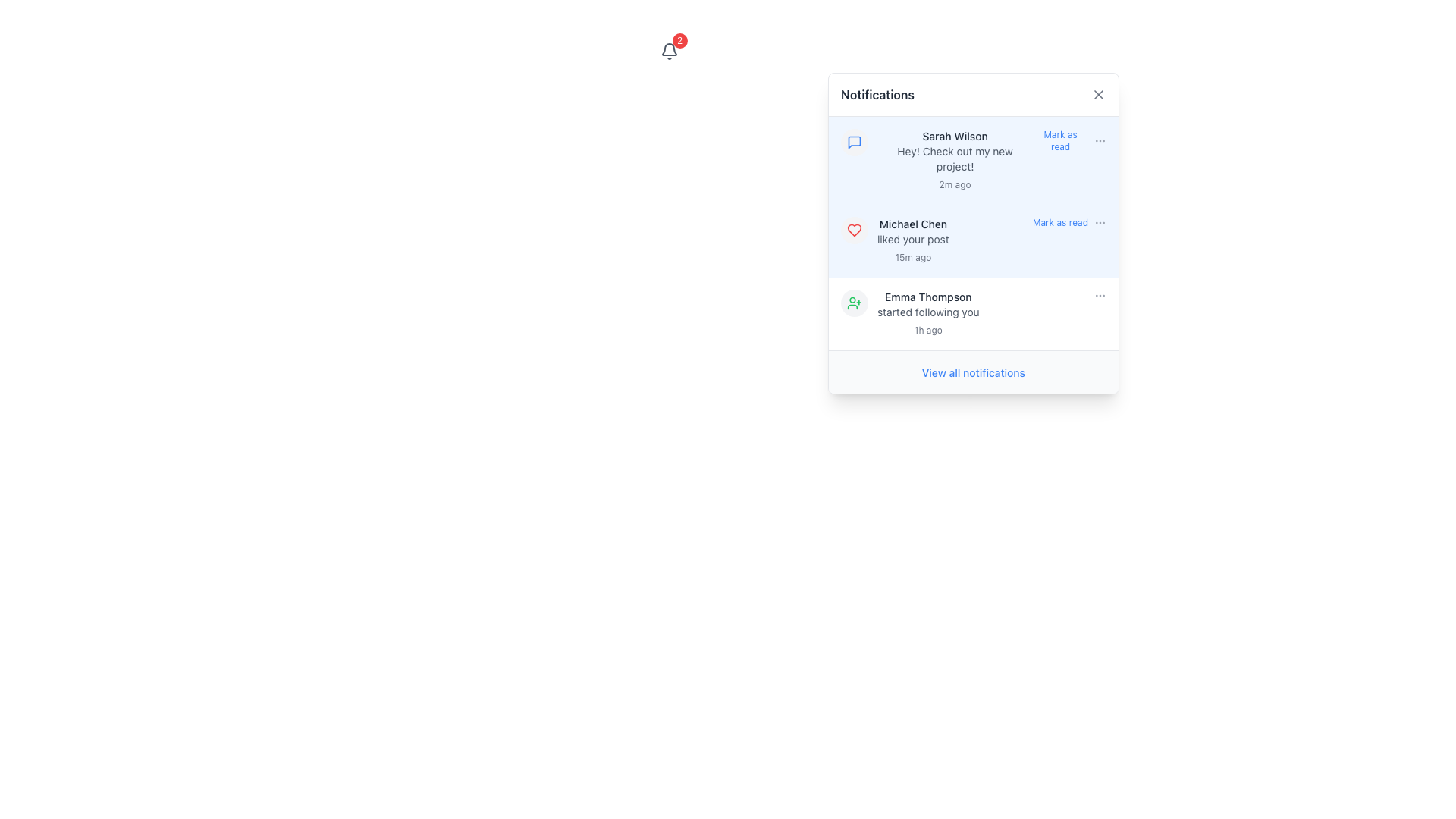 This screenshot has height=819, width=1456. What do you see at coordinates (954, 136) in the screenshot?
I see `the text label displaying 'Sarah Wilson' located at the upper left corner of the notification card, which is part of a vertically structured list of notifications` at bounding box center [954, 136].